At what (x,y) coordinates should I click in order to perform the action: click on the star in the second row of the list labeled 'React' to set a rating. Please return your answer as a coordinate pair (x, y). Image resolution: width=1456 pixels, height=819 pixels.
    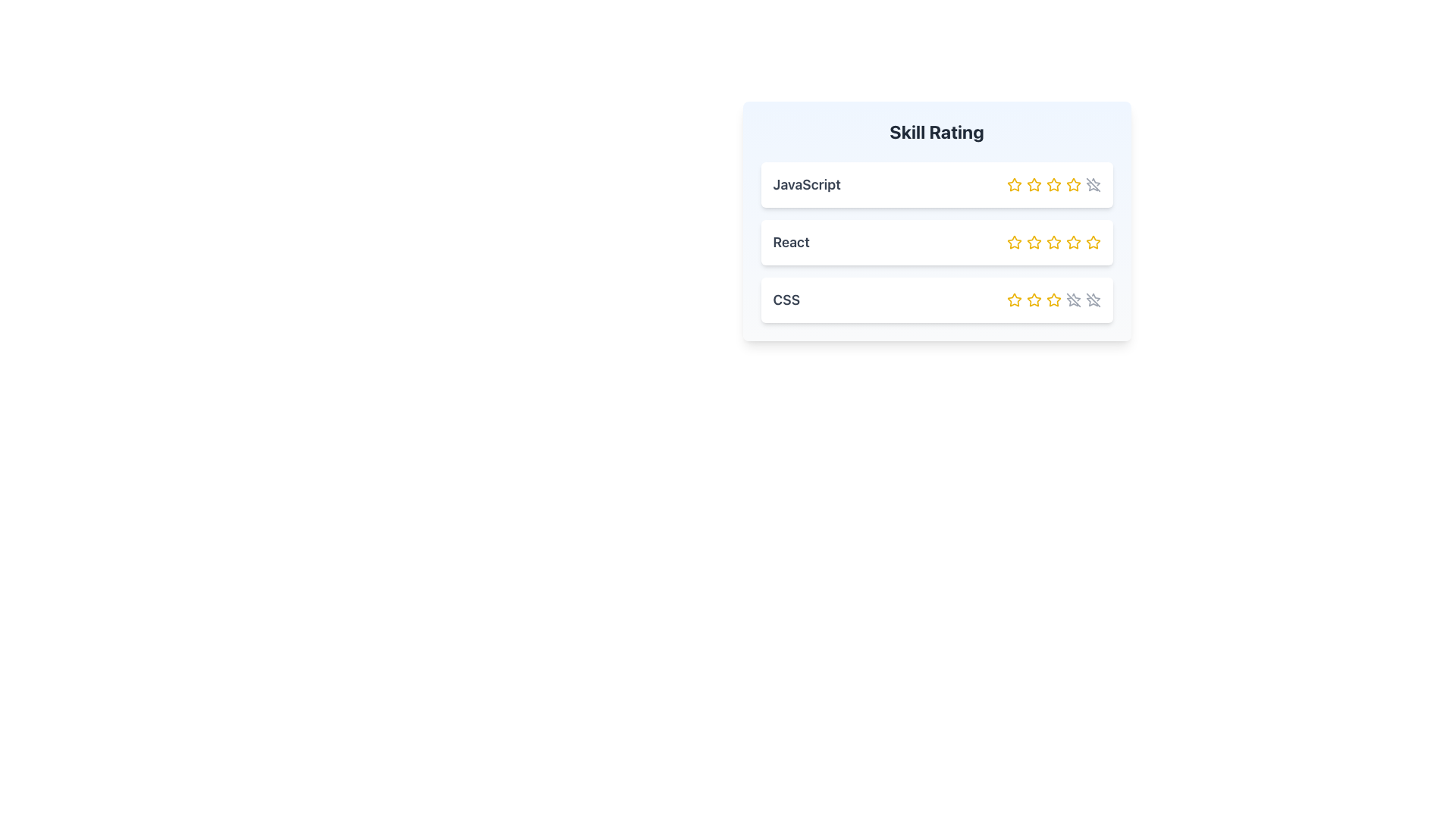
    Looking at the image, I should click on (1053, 242).